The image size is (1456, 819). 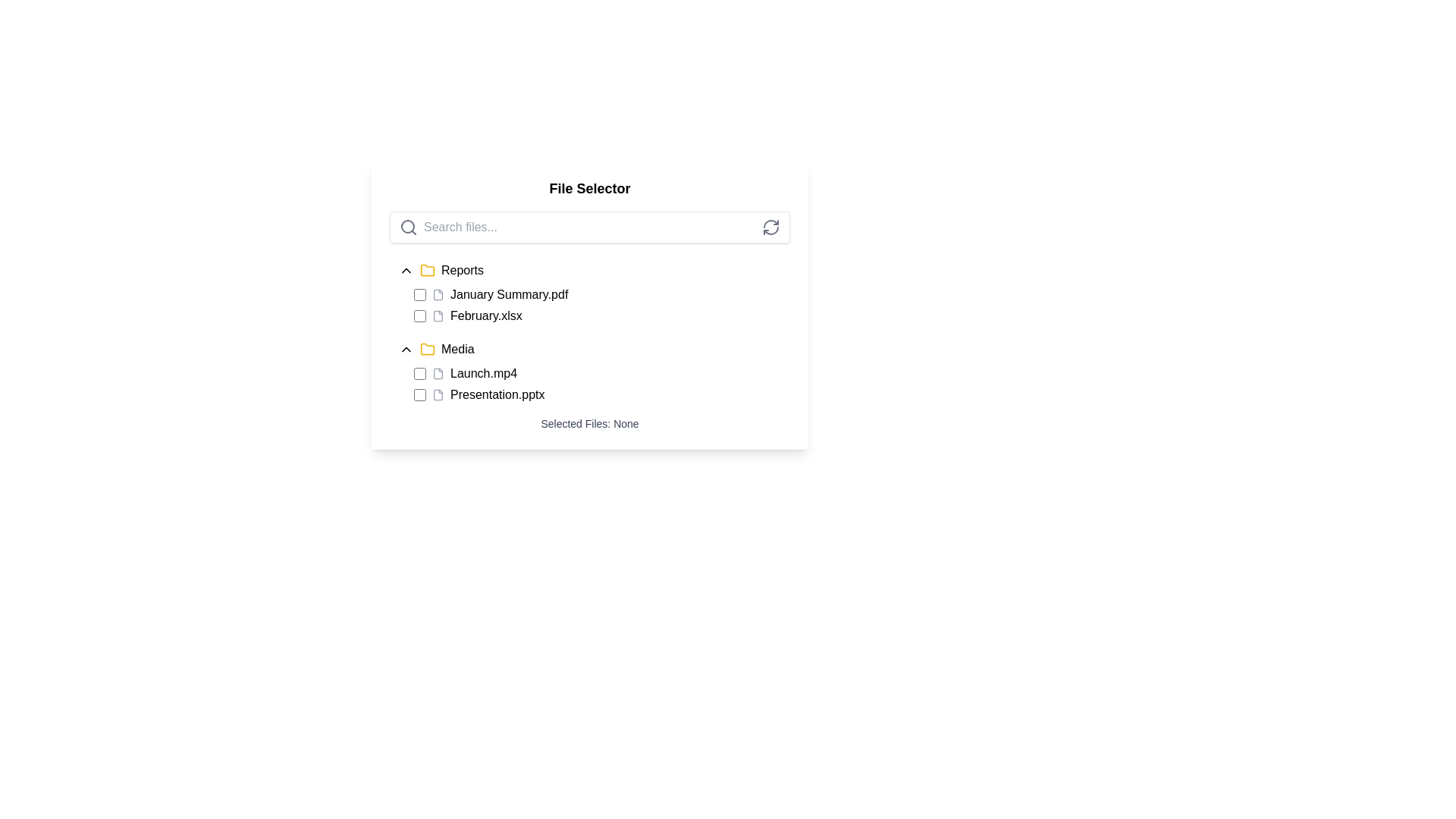 I want to click on the file name 'January Summary.pdf' located in the 'Reports' section, so click(x=601, y=295).